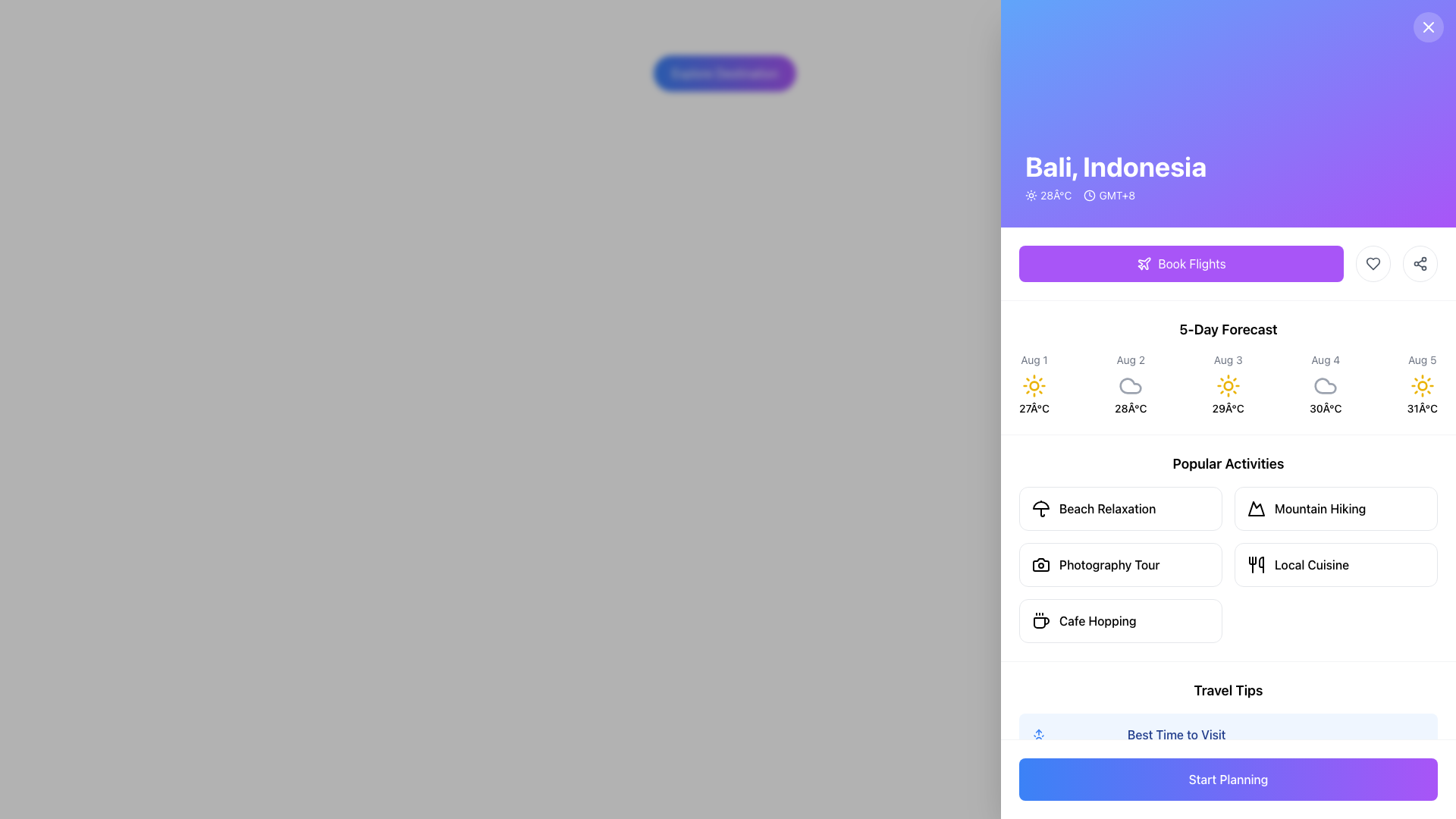 This screenshot has height=819, width=1456. What do you see at coordinates (1228, 742) in the screenshot?
I see `the Informative panel located in the 'Travel Tips' section at the bottom of the interface, which provides information about the best time to visit the highlighted destination` at bounding box center [1228, 742].